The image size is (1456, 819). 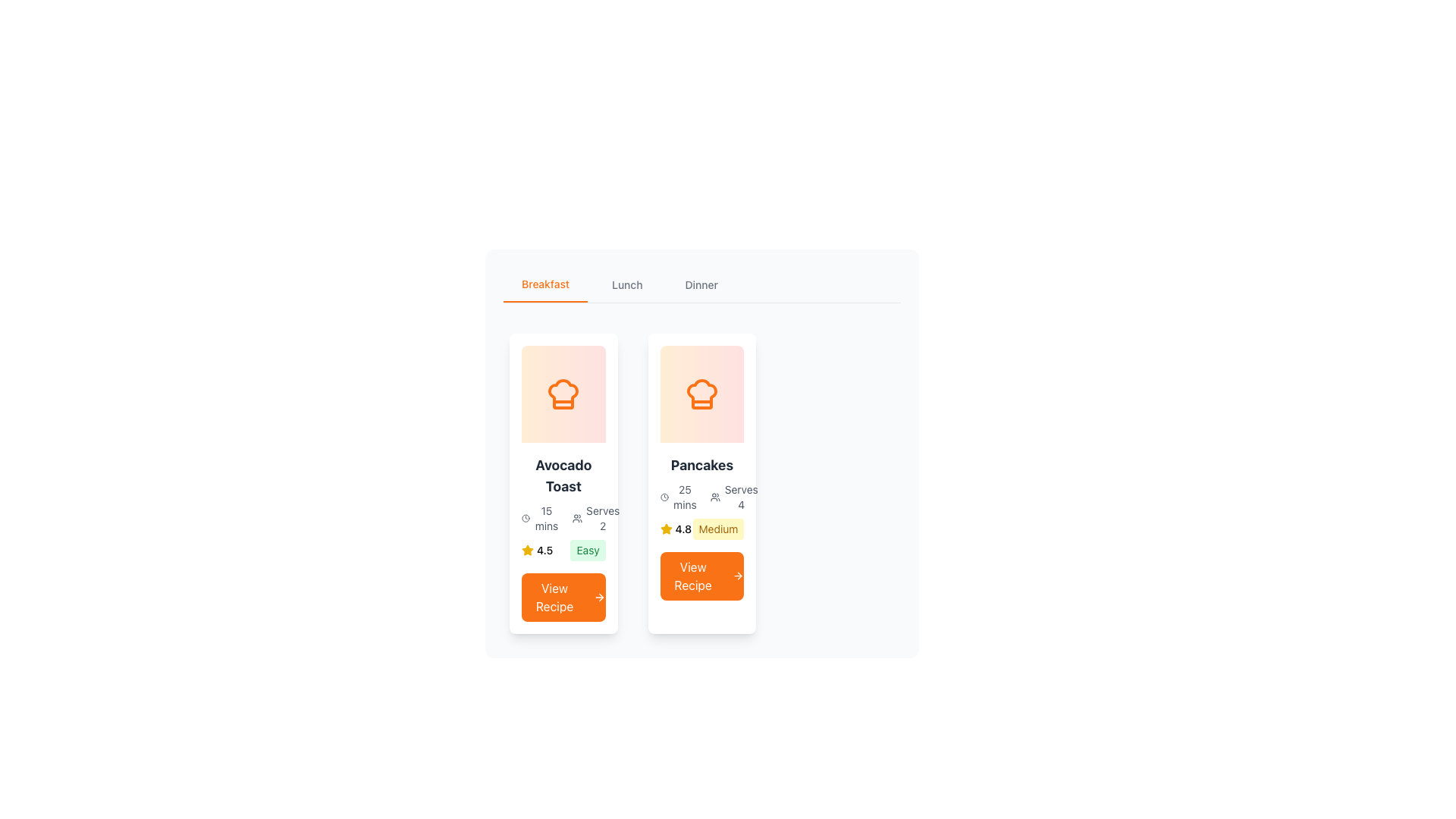 What do you see at coordinates (544, 550) in the screenshot?
I see `the text label representing the rating score for the 'Avocado Toast' recipe, located immediately to the right of the yellow star icon within the rating display cluster in the left card` at bounding box center [544, 550].